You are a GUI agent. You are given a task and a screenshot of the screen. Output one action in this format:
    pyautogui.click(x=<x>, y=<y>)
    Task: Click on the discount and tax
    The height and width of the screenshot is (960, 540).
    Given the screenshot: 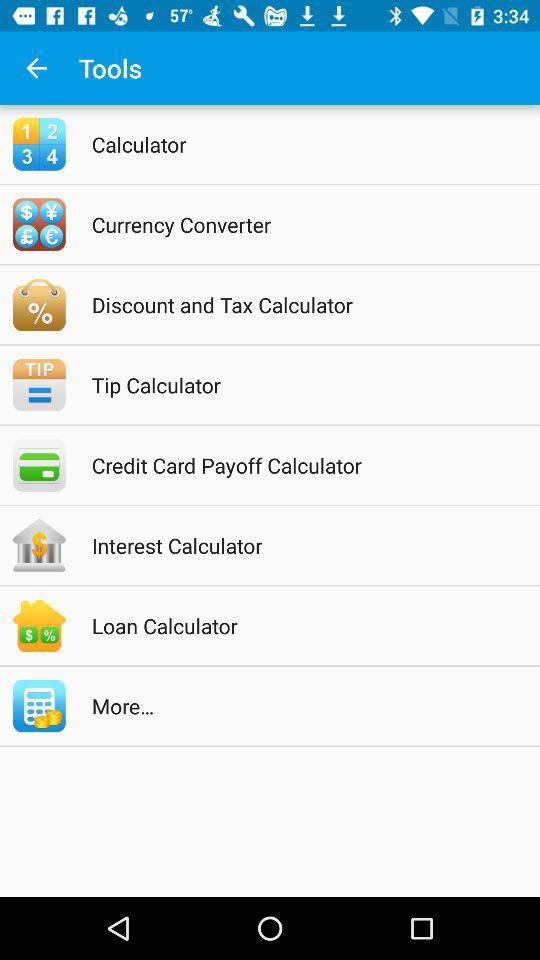 What is the action you would take?
    pyautogui.click(x=295, y=304)
    